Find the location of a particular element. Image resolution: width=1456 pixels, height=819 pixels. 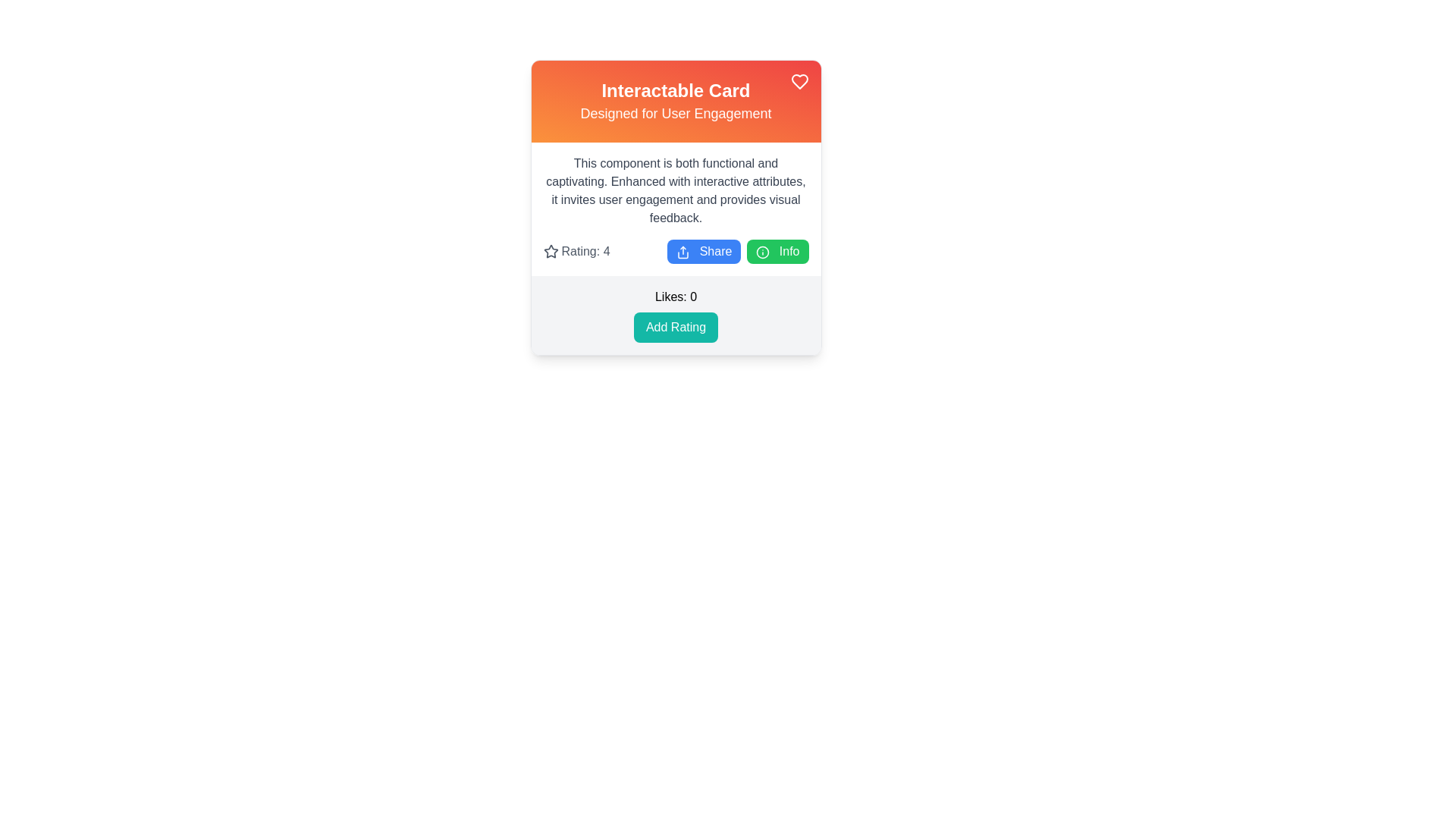

the star-shaped SVG icon used for rating or favorite selection, located to the left of the 'Rating: 4' text is located at coordinates (550, 250).